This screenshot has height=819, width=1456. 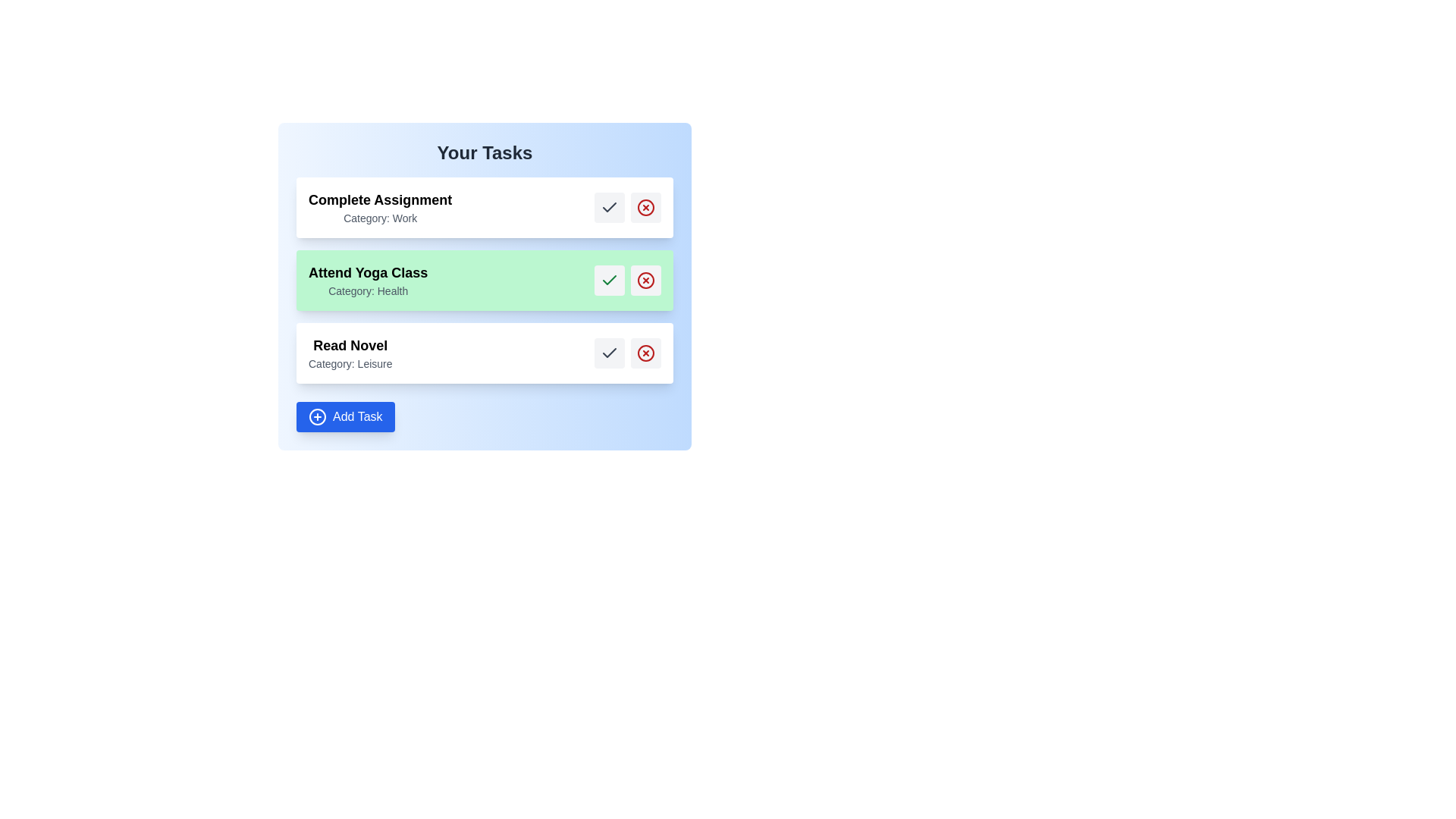 I want to click on the task titled Complete Assignment by clicking the red 'X' button next to it, so click(x=645, y=207).